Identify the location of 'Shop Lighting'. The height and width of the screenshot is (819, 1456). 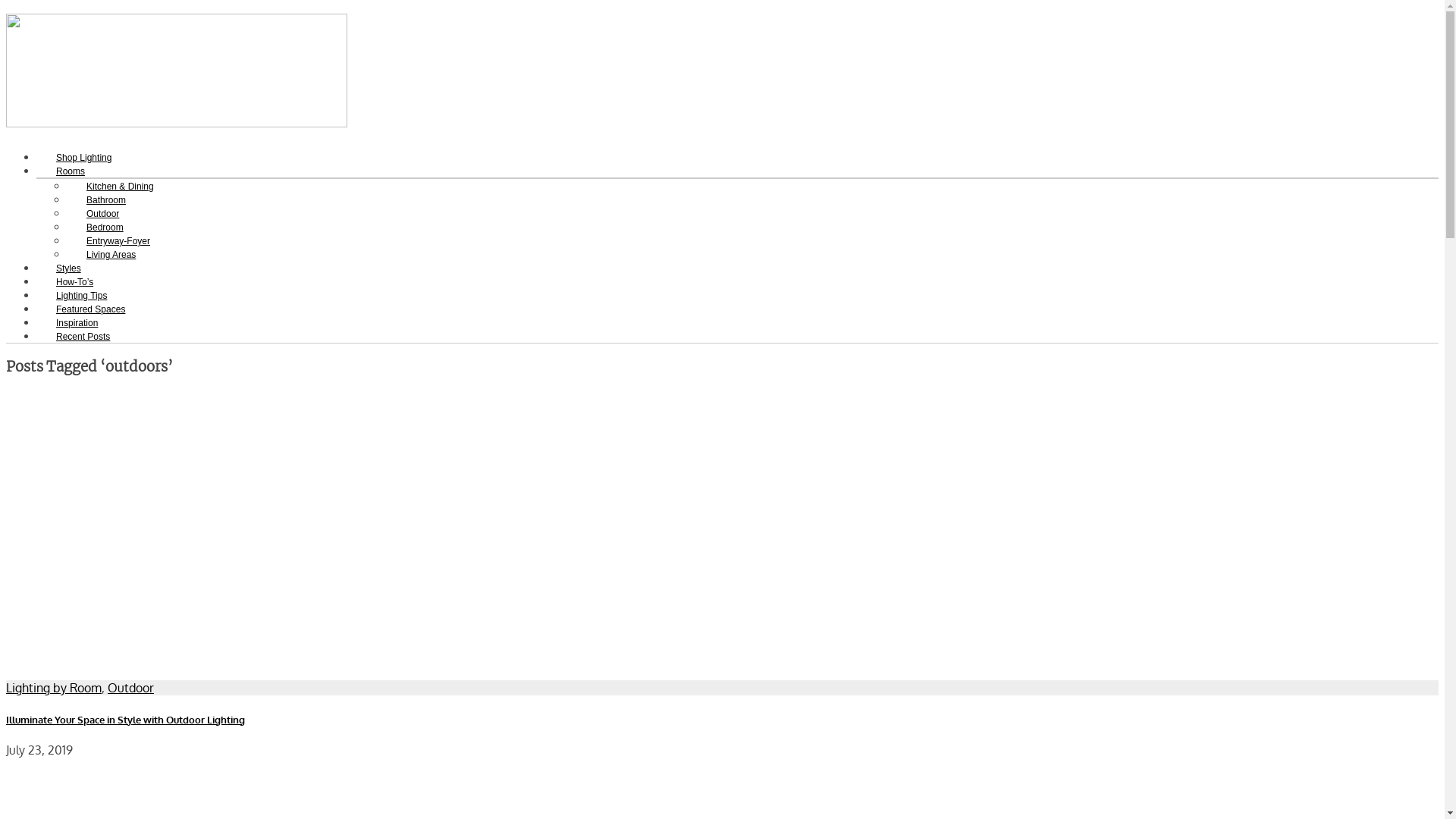
(83, 158).